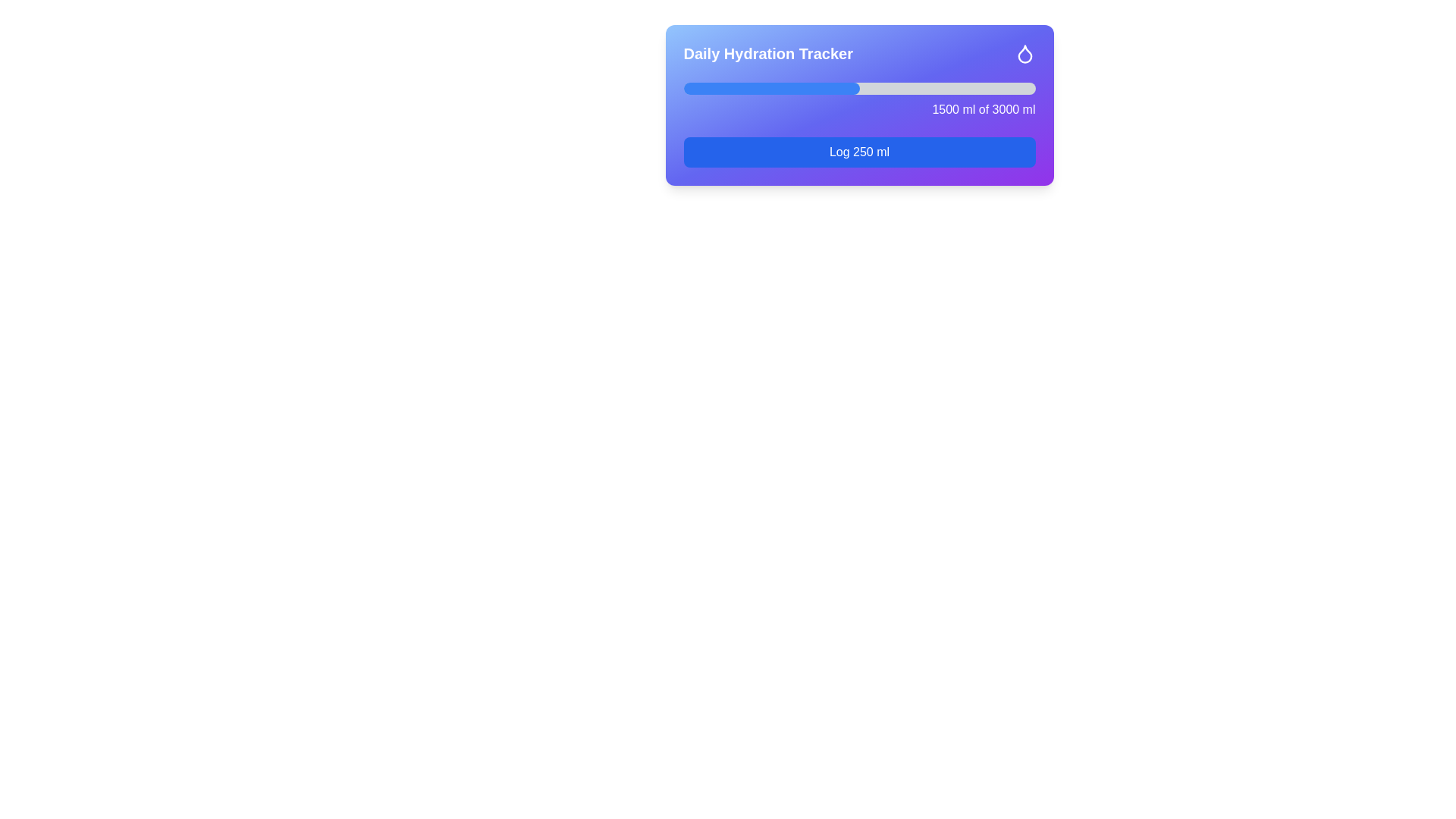  I want to click on the Progress bar with a text label indicating '1500 ml of 3000 ml', so click(859, 100).